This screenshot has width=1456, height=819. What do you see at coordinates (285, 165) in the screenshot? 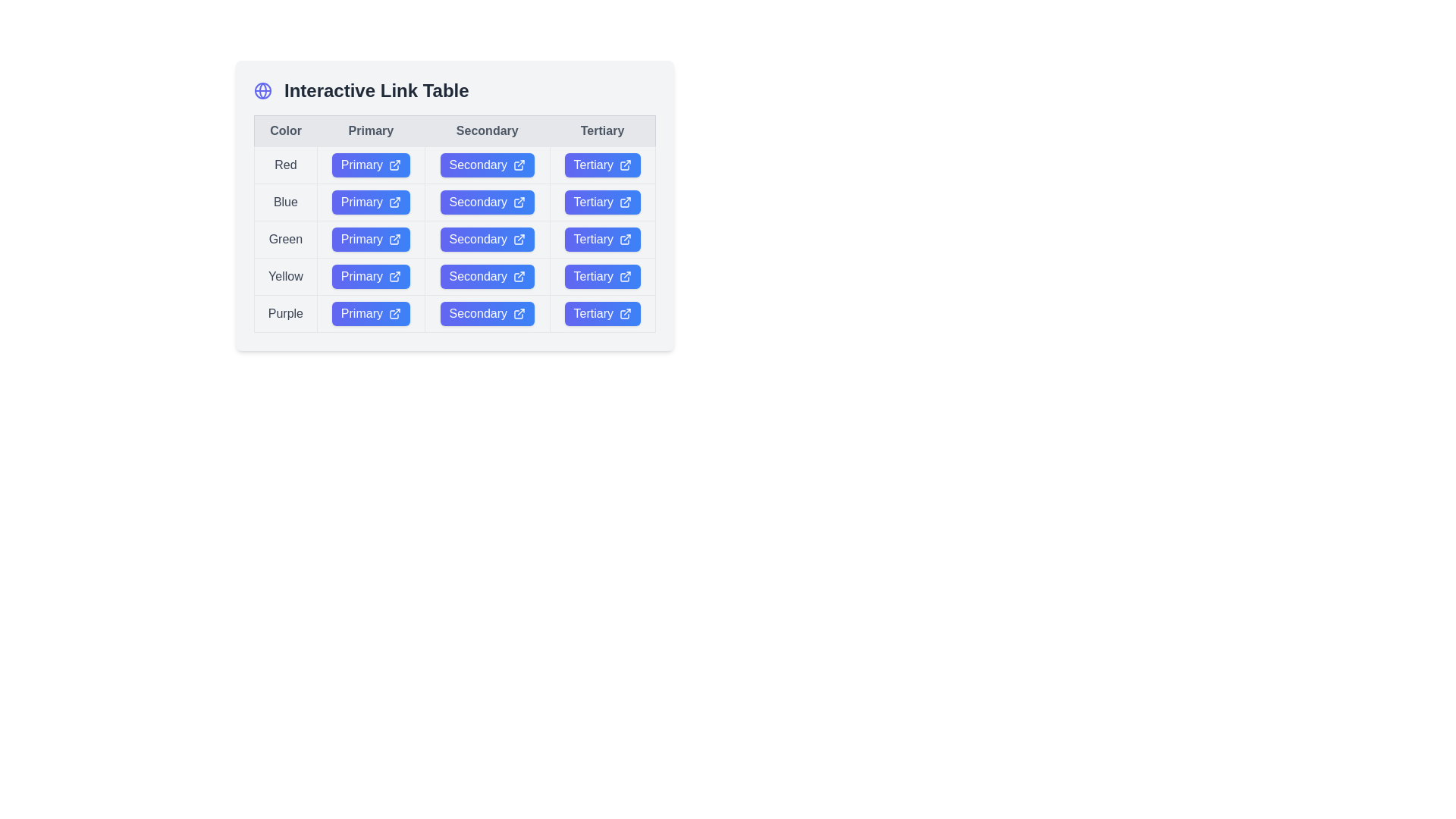
I see `the text label displaying 'Red' in the first entry of the 'Color' column in the table` at bounding box center [285, 165].